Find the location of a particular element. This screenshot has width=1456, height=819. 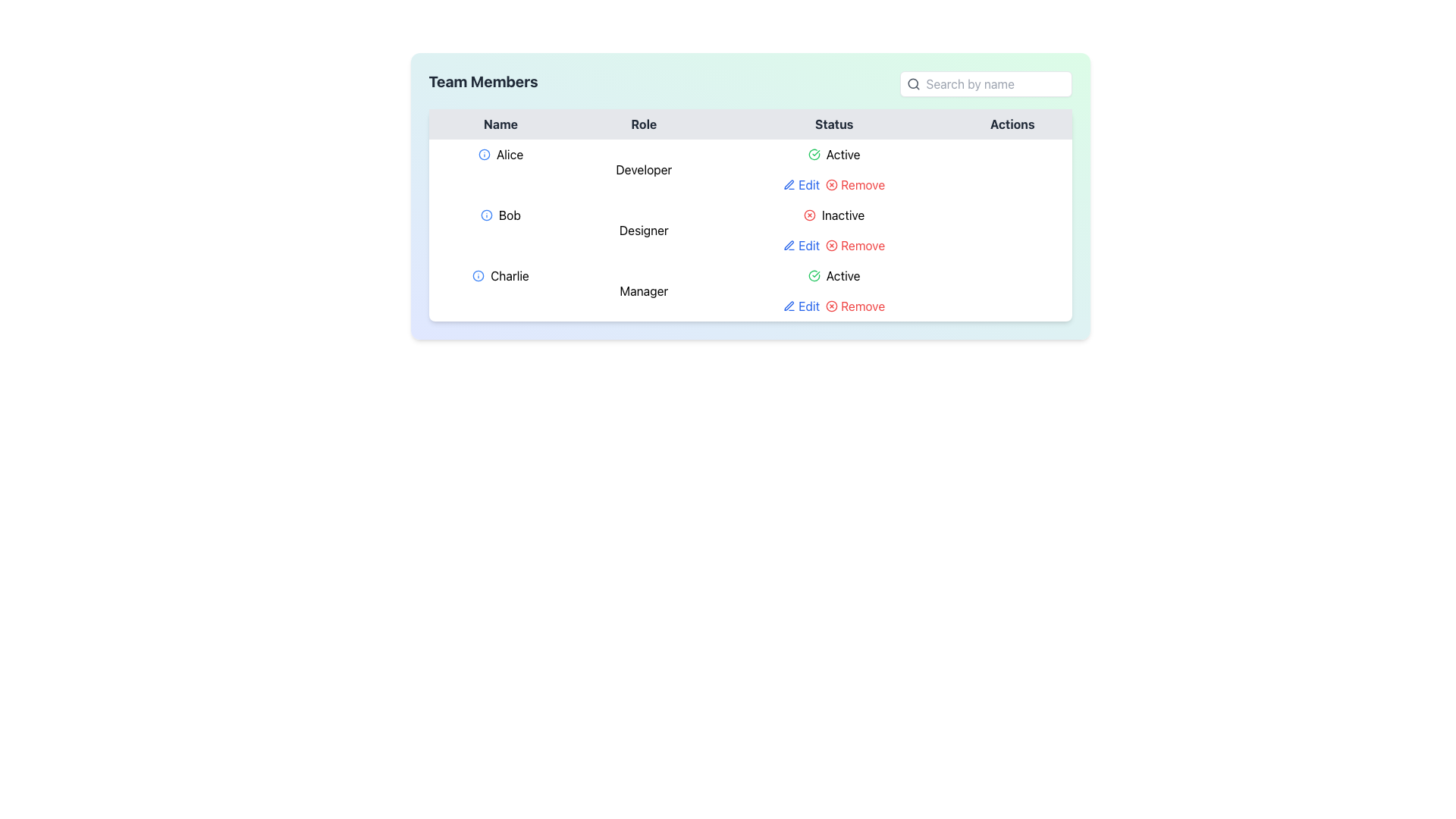

the informational icon located to the left of the text 'Bob' in the second row under the 'Name' column of the table is located at coordinates (487, 215).